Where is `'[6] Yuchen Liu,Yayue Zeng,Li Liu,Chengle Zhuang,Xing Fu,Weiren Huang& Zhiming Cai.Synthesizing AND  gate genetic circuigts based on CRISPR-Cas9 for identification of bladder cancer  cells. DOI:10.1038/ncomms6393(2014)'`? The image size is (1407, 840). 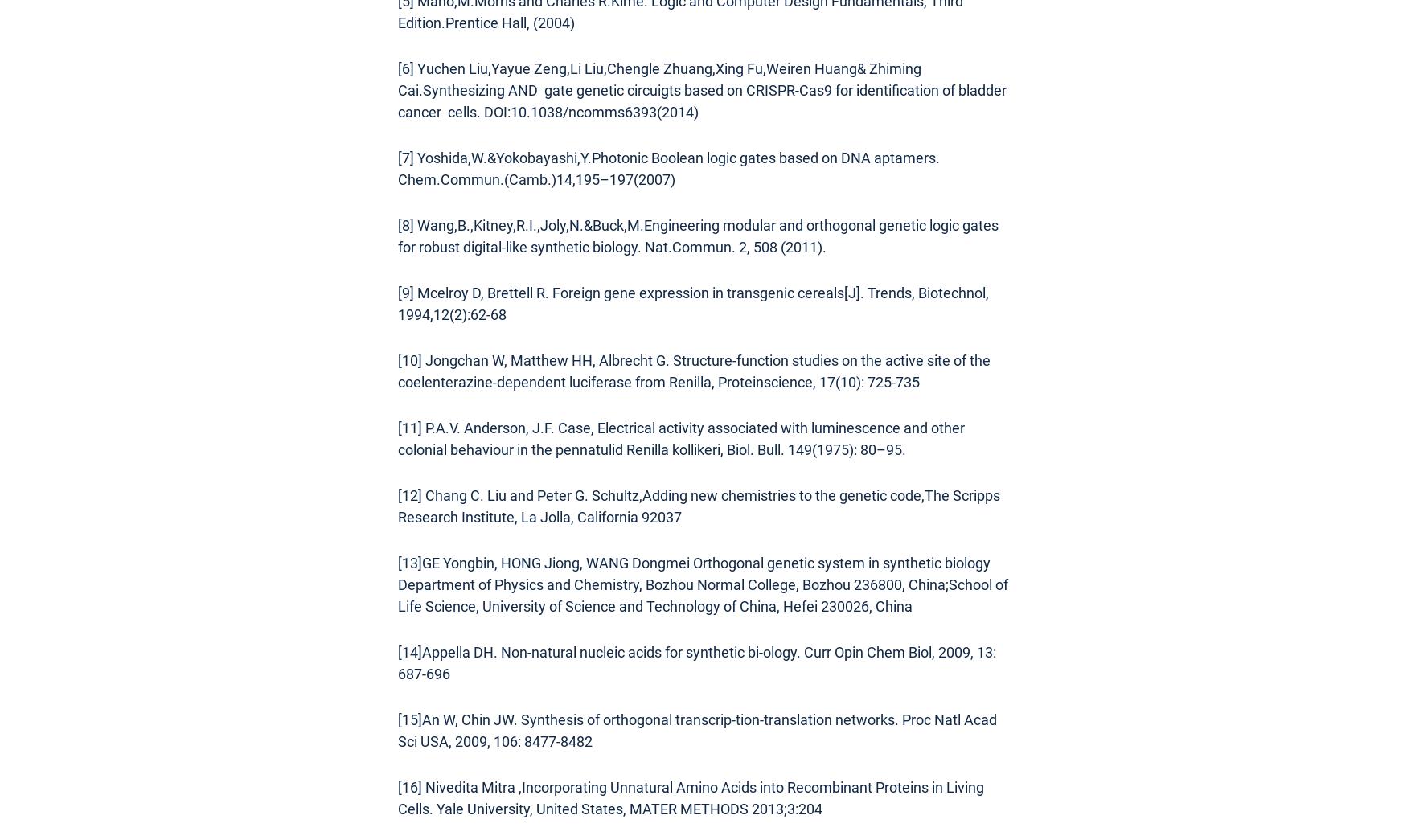 '[6] Yuchen Liu,Yayue Zeng,Li Liu,Chengle Zhuang,Xing Fu,Weiren Huang& Zhiming Cai.Synthesizing AND  gate genetic circuigts based on CRISPR-Cas9 for identification of bladder cancer  cells. DOI:10.1038/ncomms6393(2014)' is located at coordinates (702, 90).